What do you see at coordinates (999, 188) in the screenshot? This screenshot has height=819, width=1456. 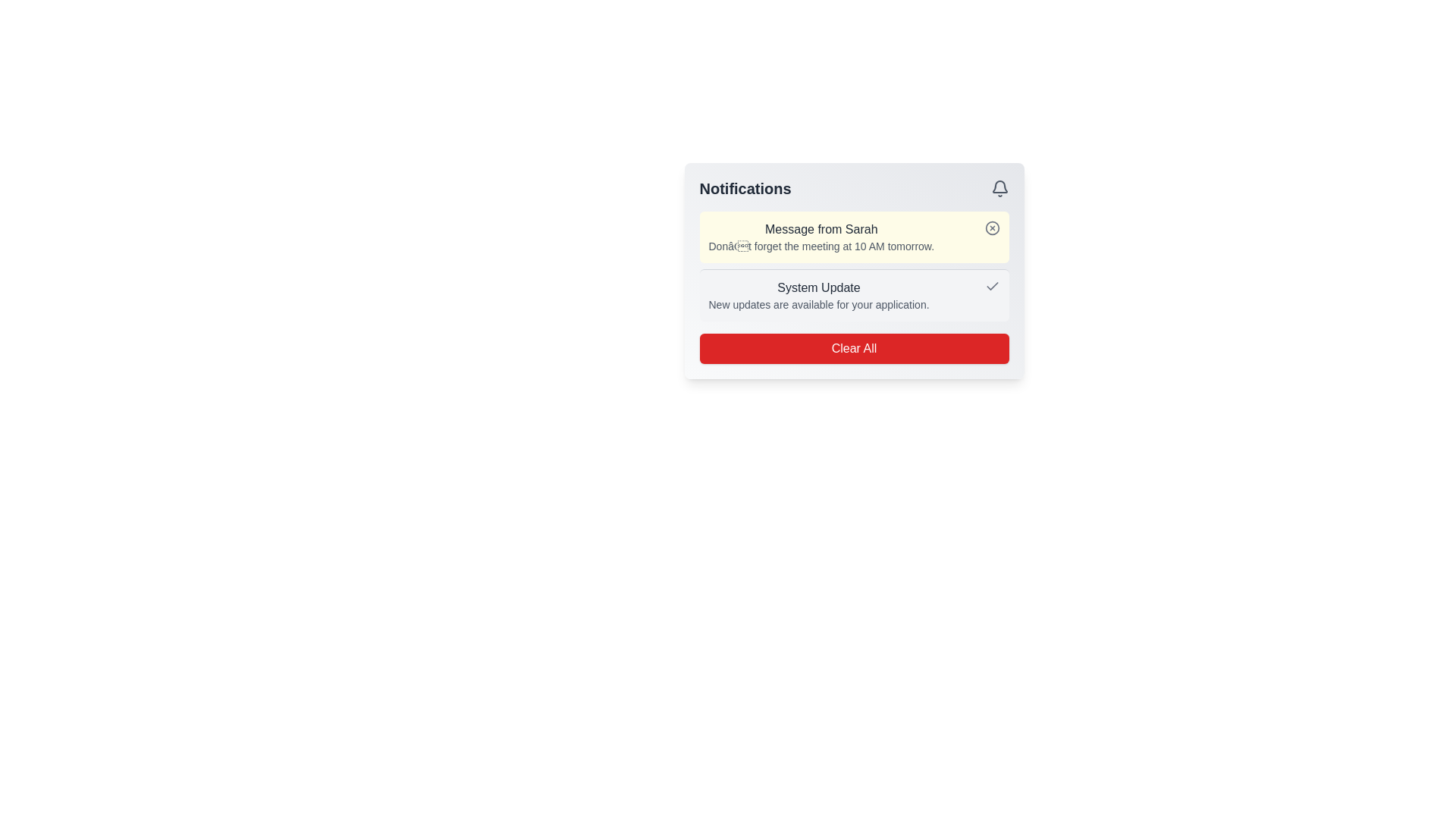 I see `the gray bell icon located in the top-right corner of the Notifications header, adjacent to the text 'Notifications'` at bounding box center [999, 188].